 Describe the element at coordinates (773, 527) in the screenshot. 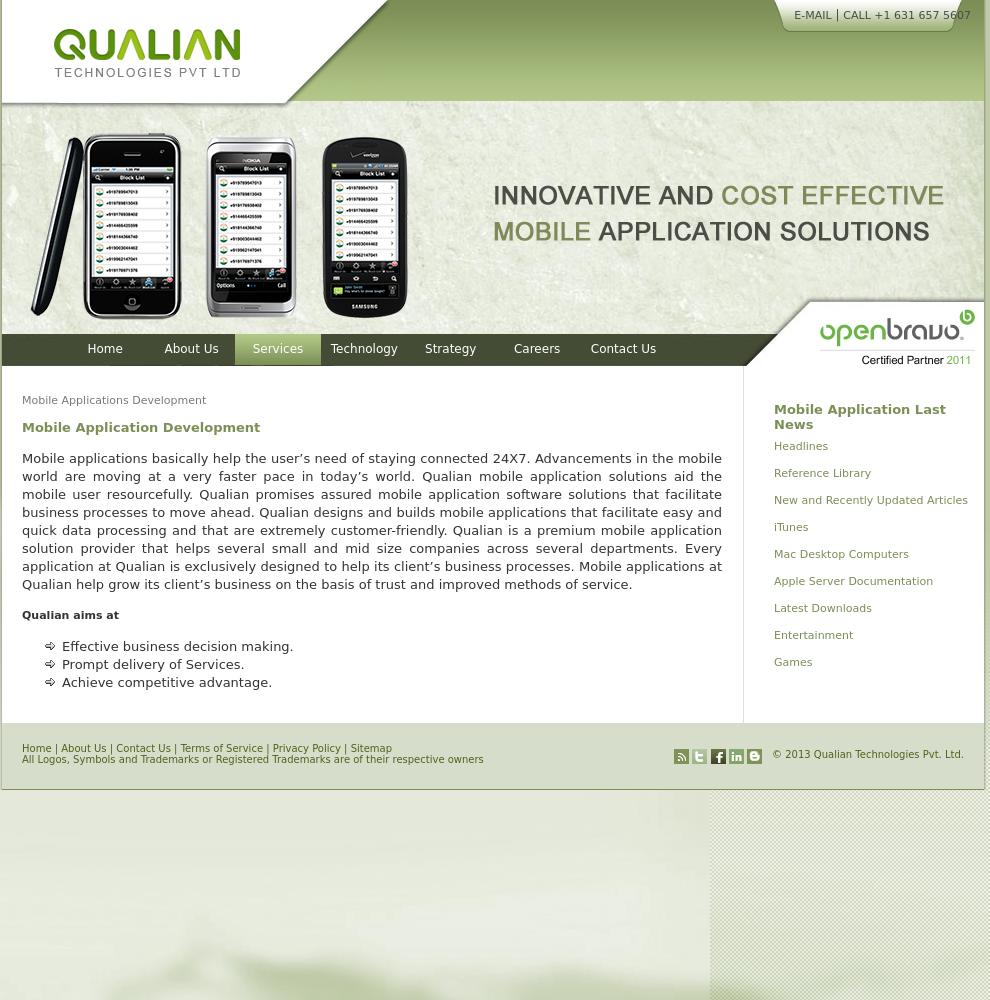

I see `'iTunes'` at that location.